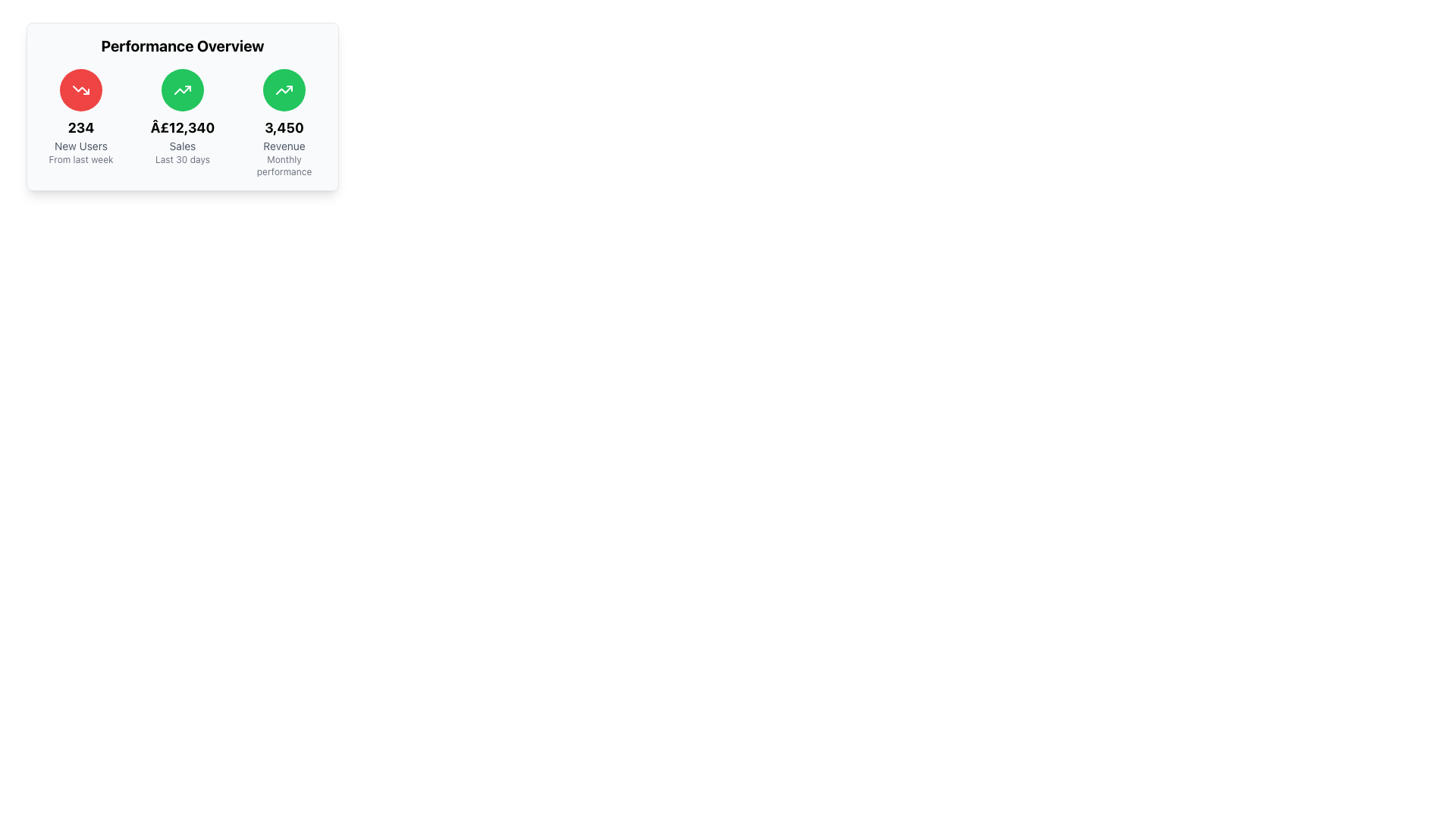  Describe the element at coordinates (182, 90) in the screenshot. I see `properties of the leftmost polyline element representing an upward trend in performance metrics, located centrally within a green circular icon` at that location.